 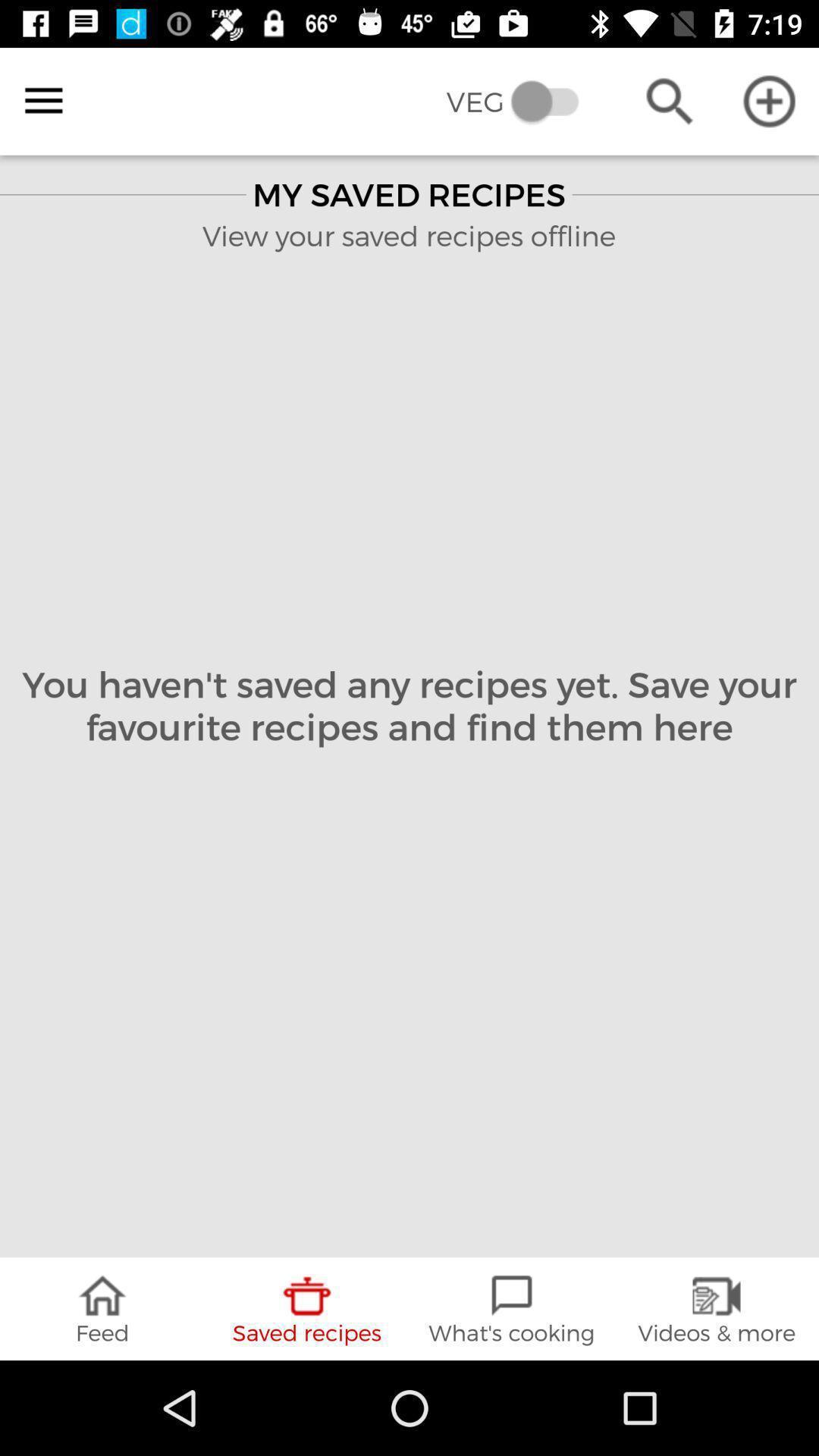 What do you see at coordinates (717, 1308) in the screenshot?
I see `the item below you haven t item` at bounding box center [717, 1308].